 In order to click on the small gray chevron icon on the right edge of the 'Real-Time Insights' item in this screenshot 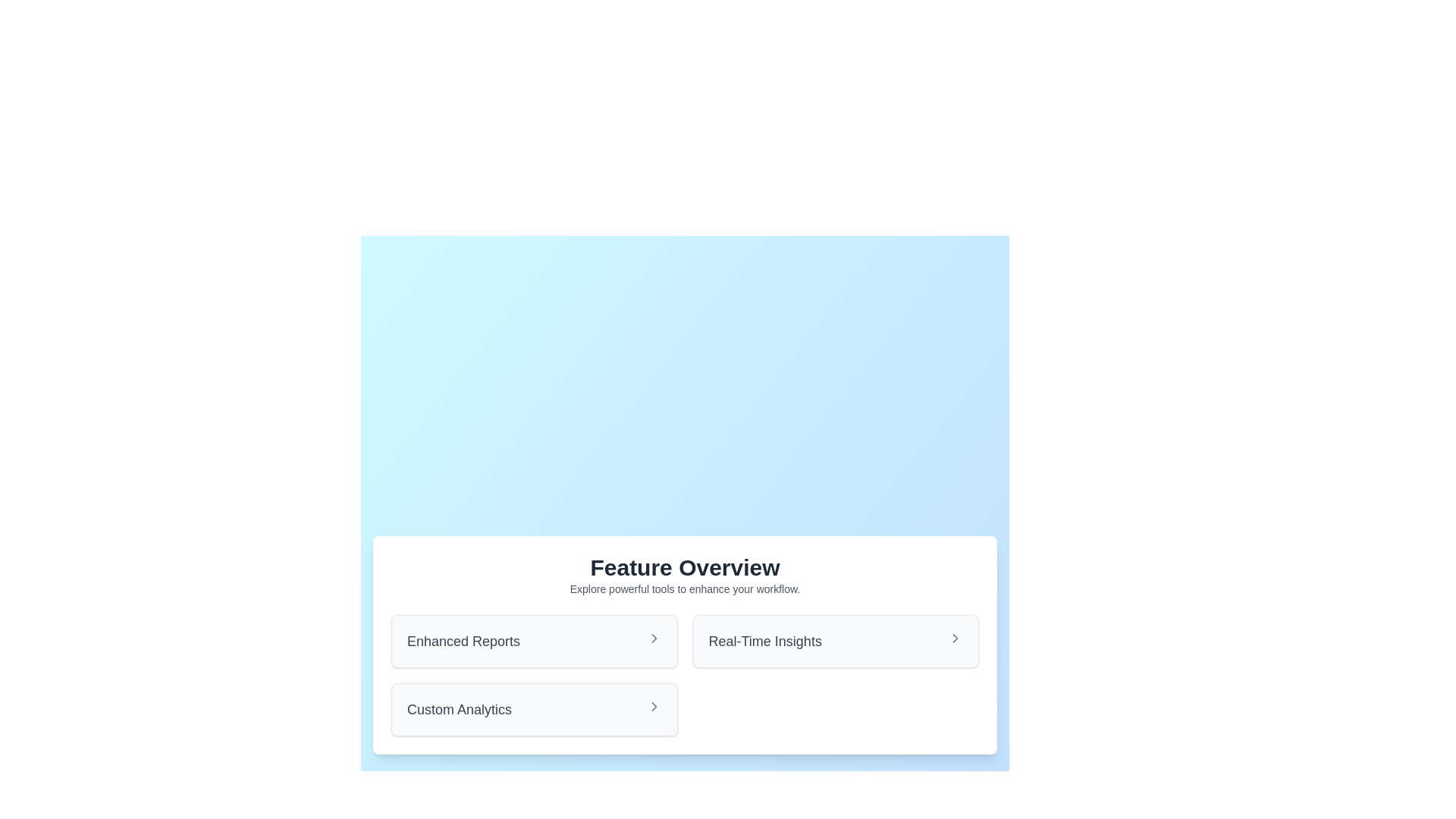, I will do `click(954, 638)`.